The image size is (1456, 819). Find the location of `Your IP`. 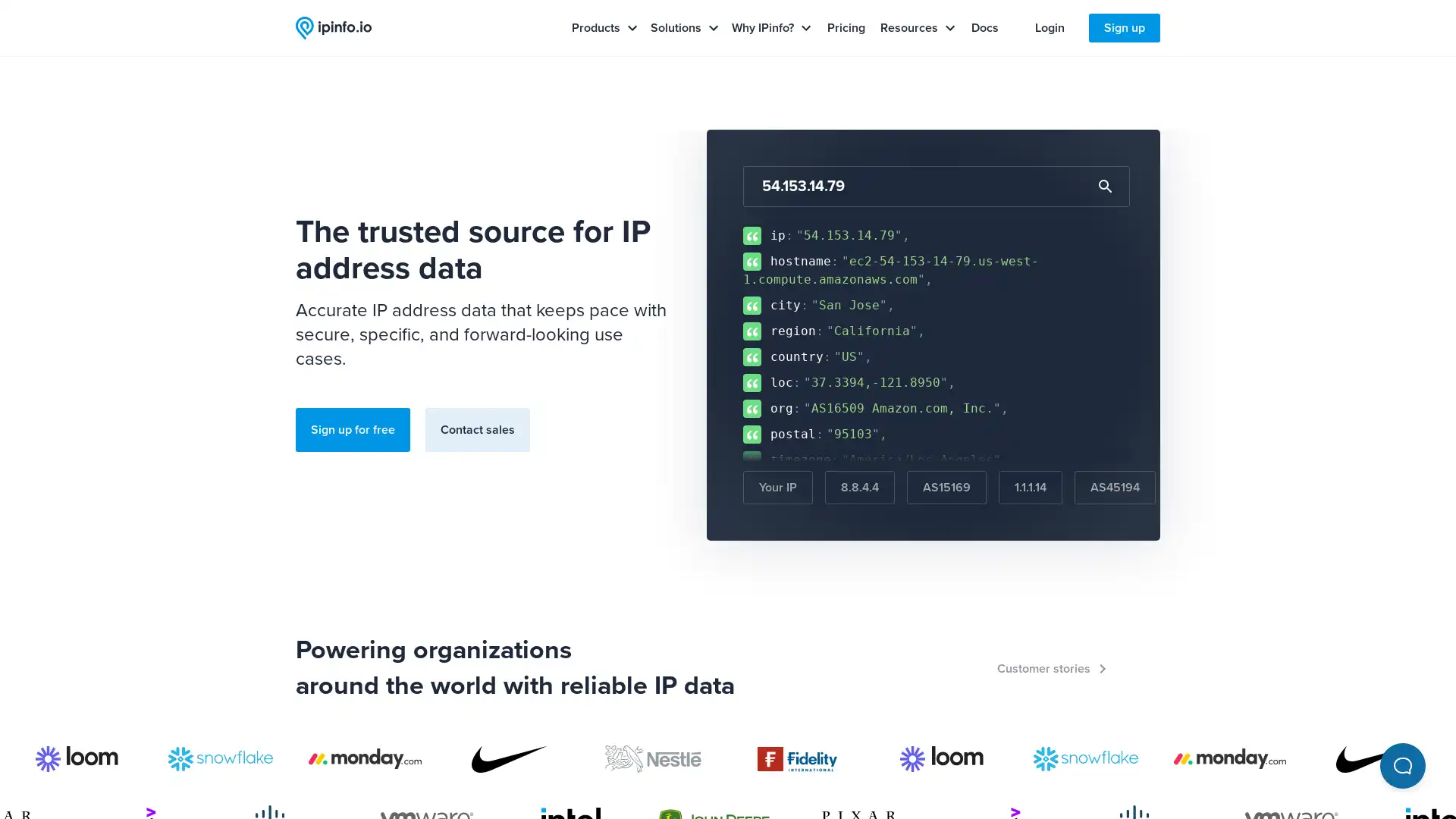

Your IP is located at coordinates (778, 488).